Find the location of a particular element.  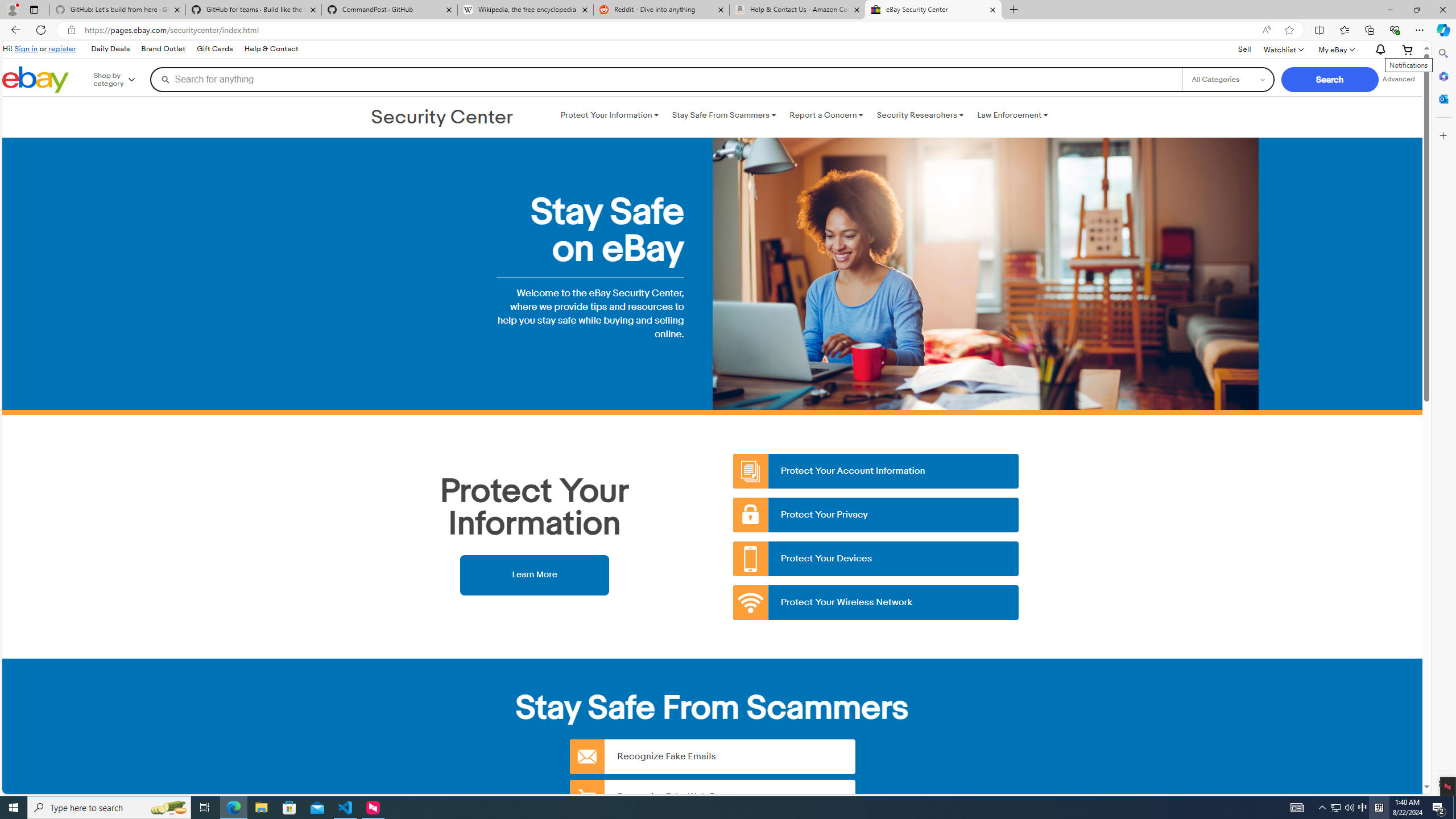

'Select a category for search' is located at coordinates (1228, 78).